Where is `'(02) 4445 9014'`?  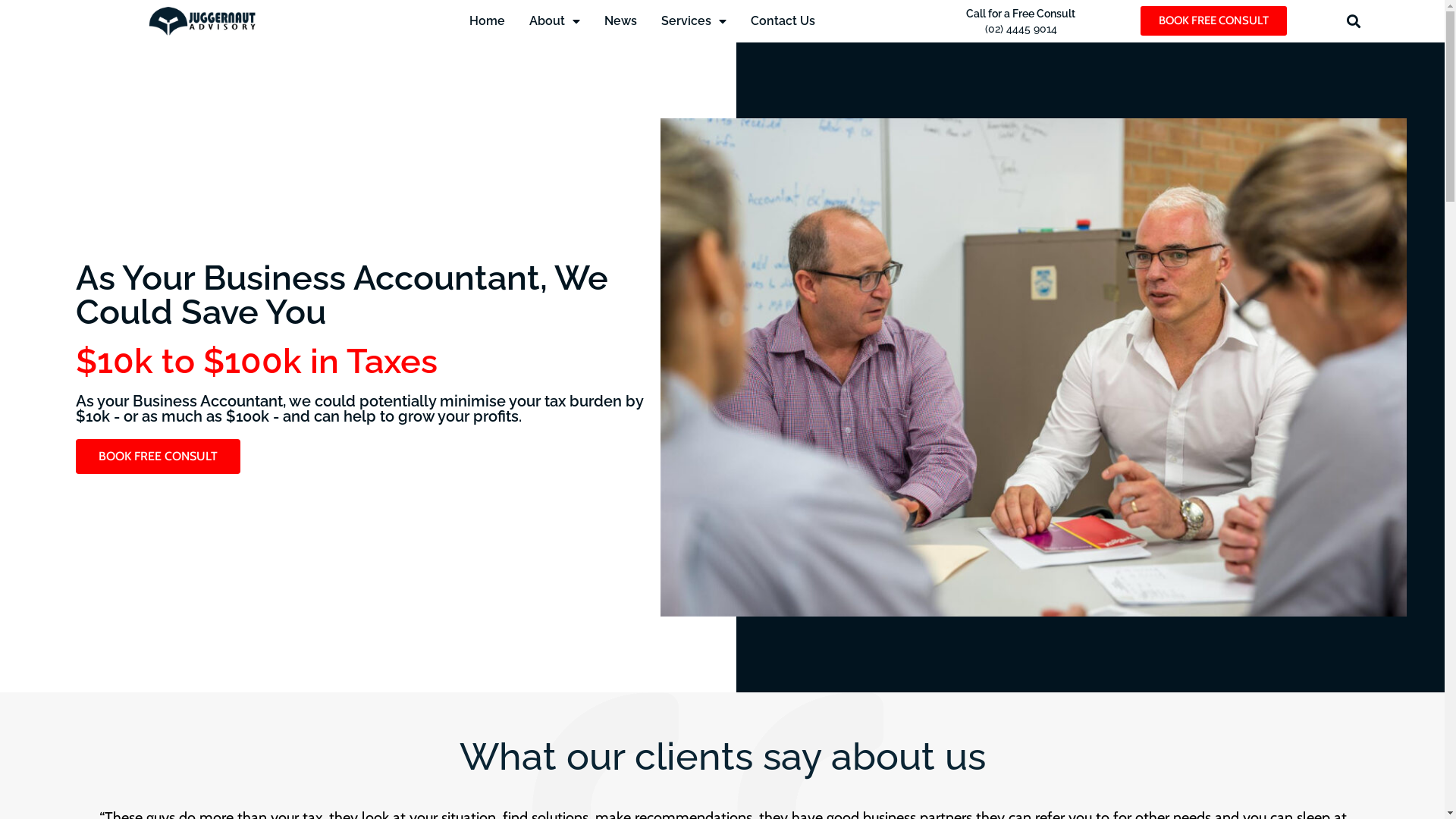 '(02) 4445 9014' is located at coordinates (1021, 29).